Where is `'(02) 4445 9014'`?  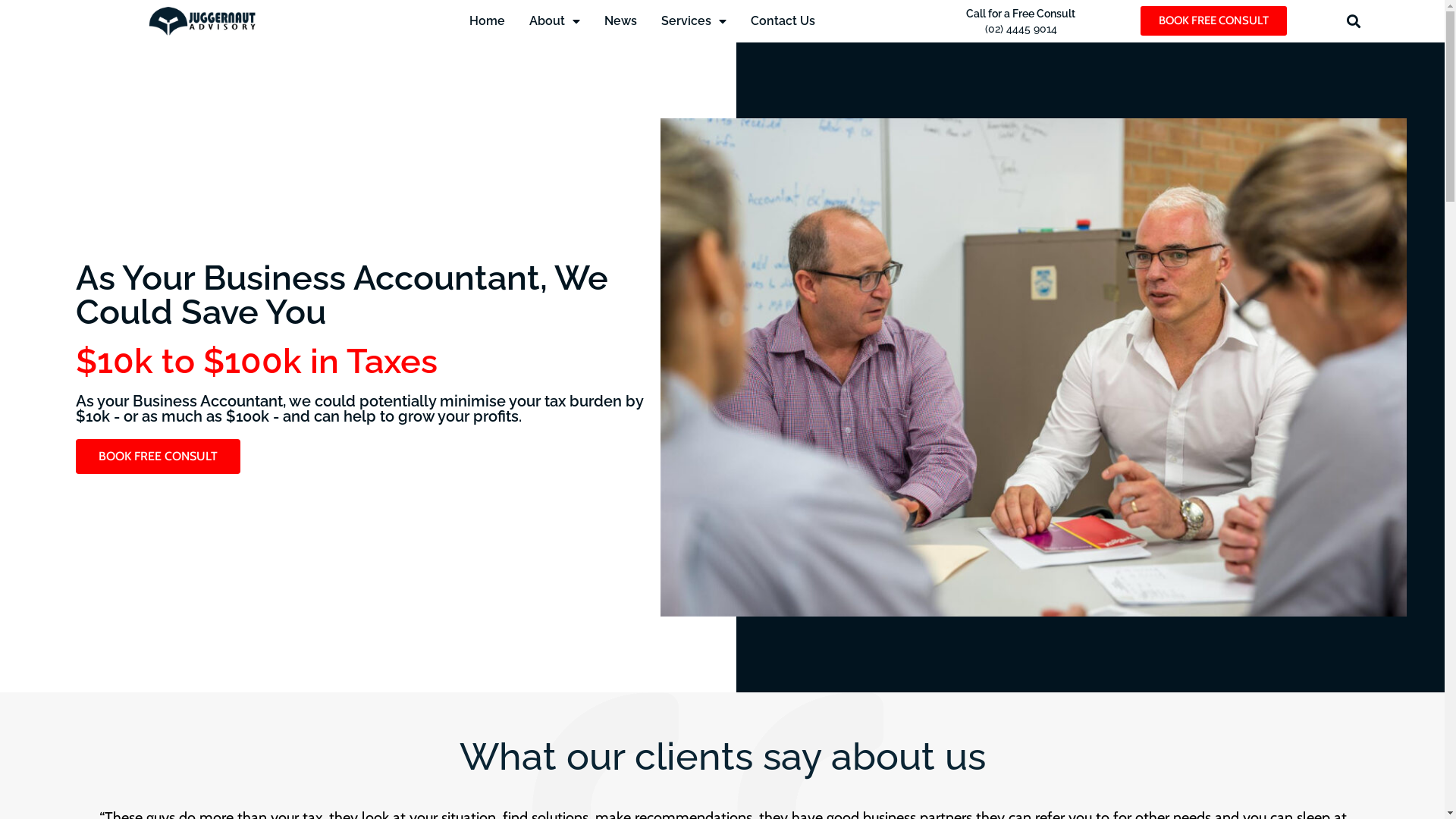 '(02) 4445 9014' is located at coordinates (1021, 29).